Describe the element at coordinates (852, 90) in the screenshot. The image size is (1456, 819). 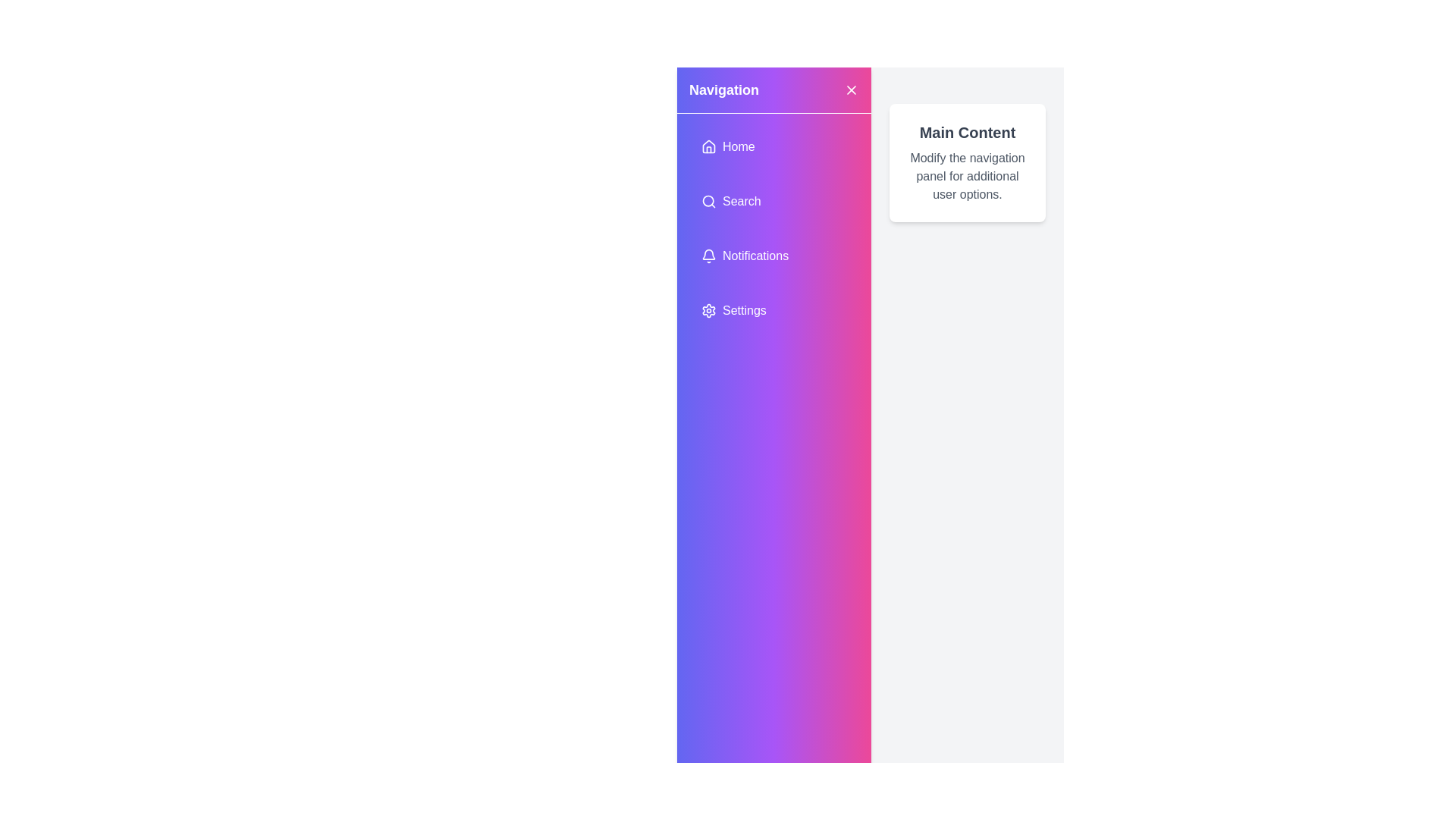
I see `the close or dismiss symbol icon located` at that location.